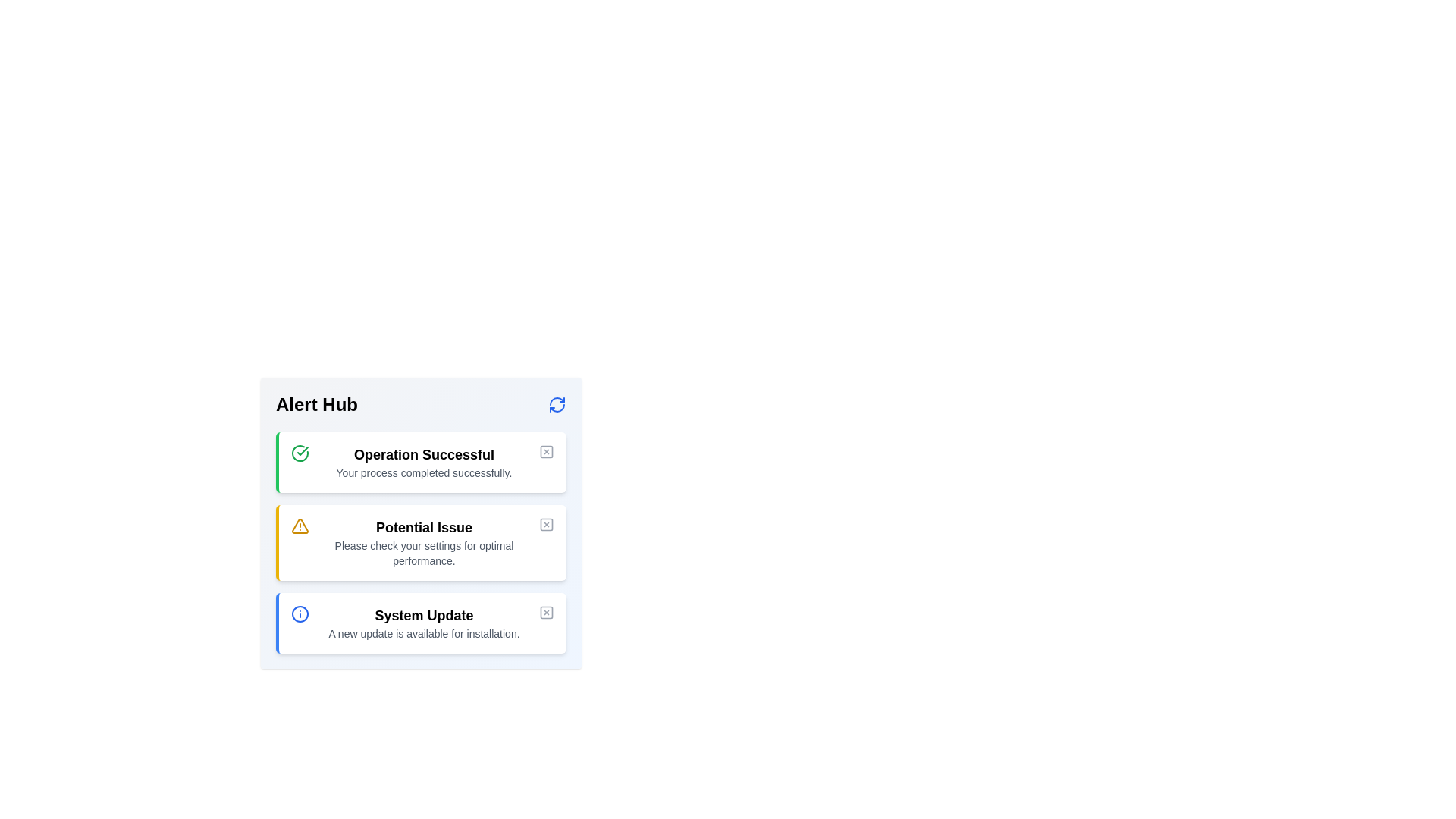  What do you see at coordinates (300, 452) in the screenshot?
I see `the green circular icon with a checkmark inside it, indicating a 'success' or 'confirmation' symbol, located to the left of the text 'Operation Successful'` at bounding box center [300, 452].